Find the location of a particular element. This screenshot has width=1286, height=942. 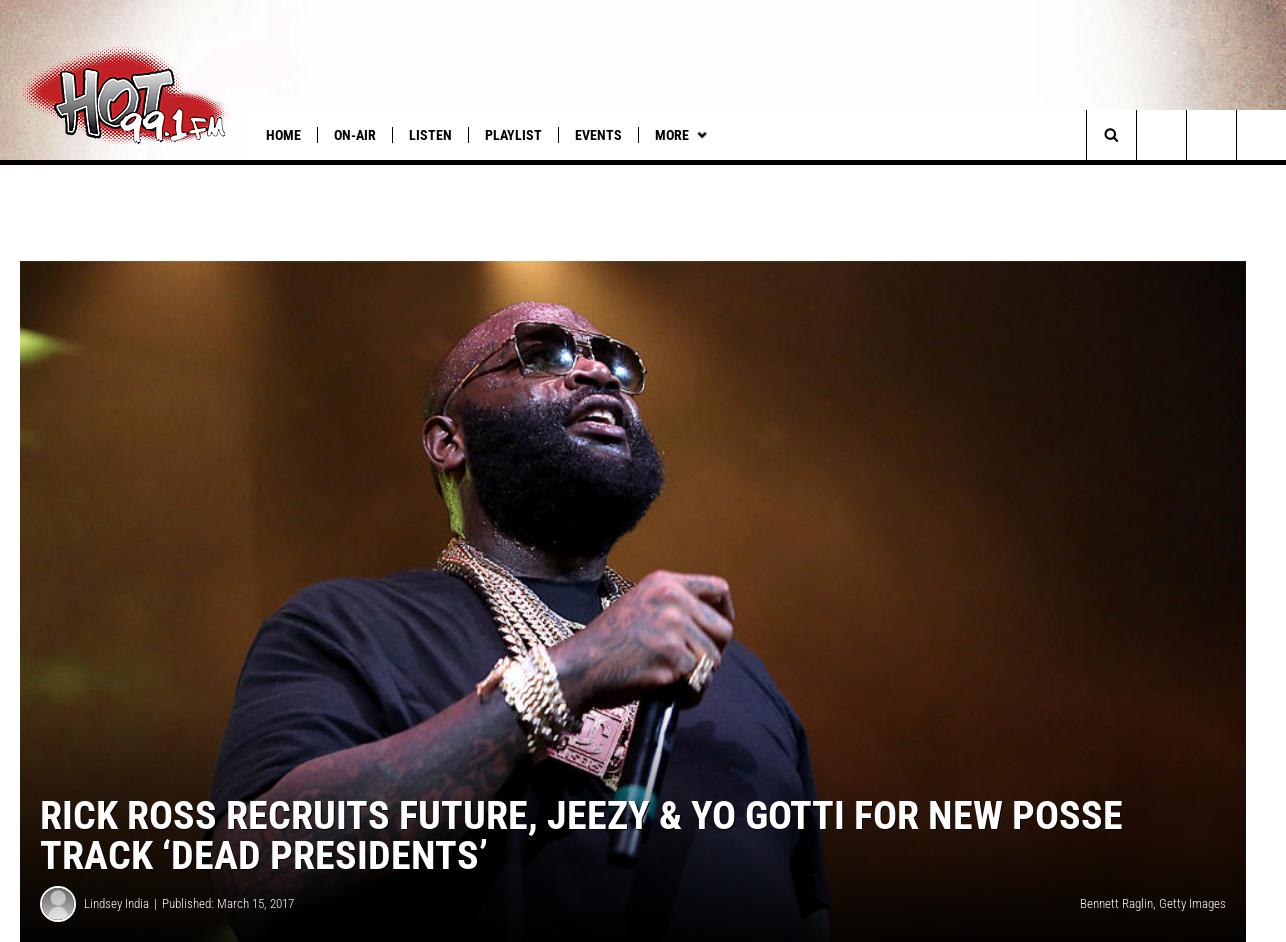

'Bennett Raglin, Getty Images' is located at coordinates (1152, 929).